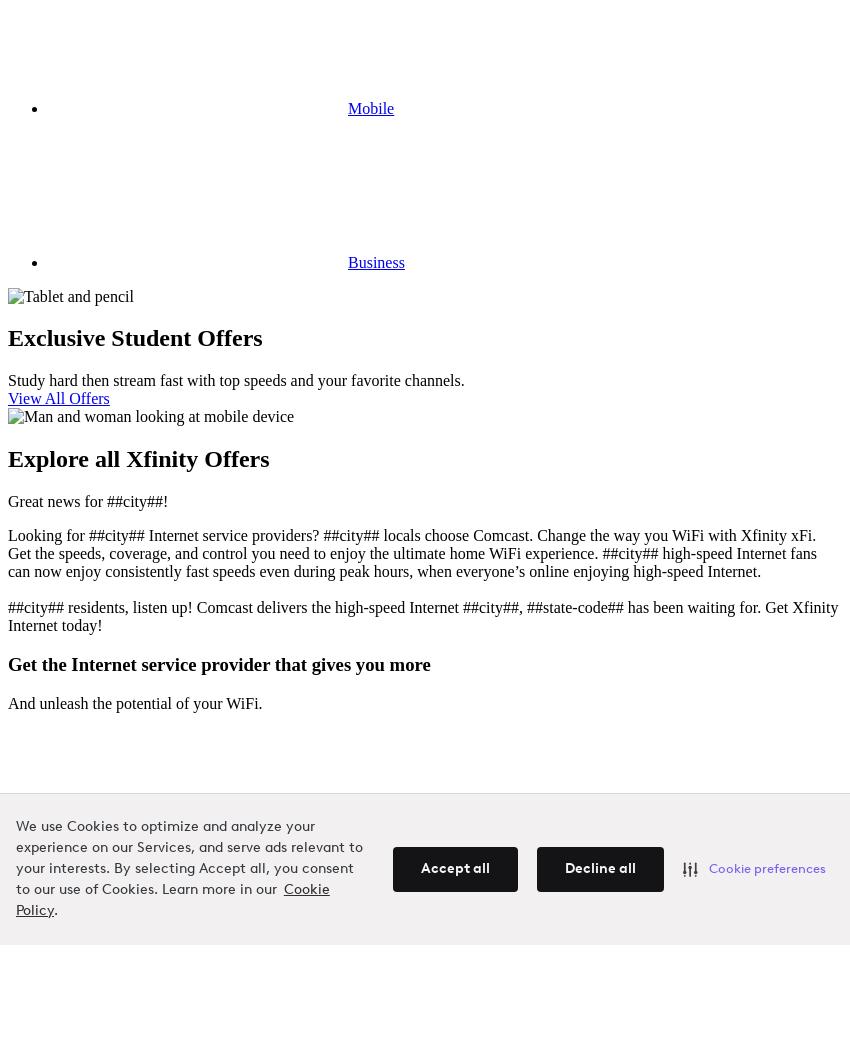  Describe the element at coordinates (6, 662) in the screenshot. I see `'Get the Internet service provider that gives you more'` at that location.